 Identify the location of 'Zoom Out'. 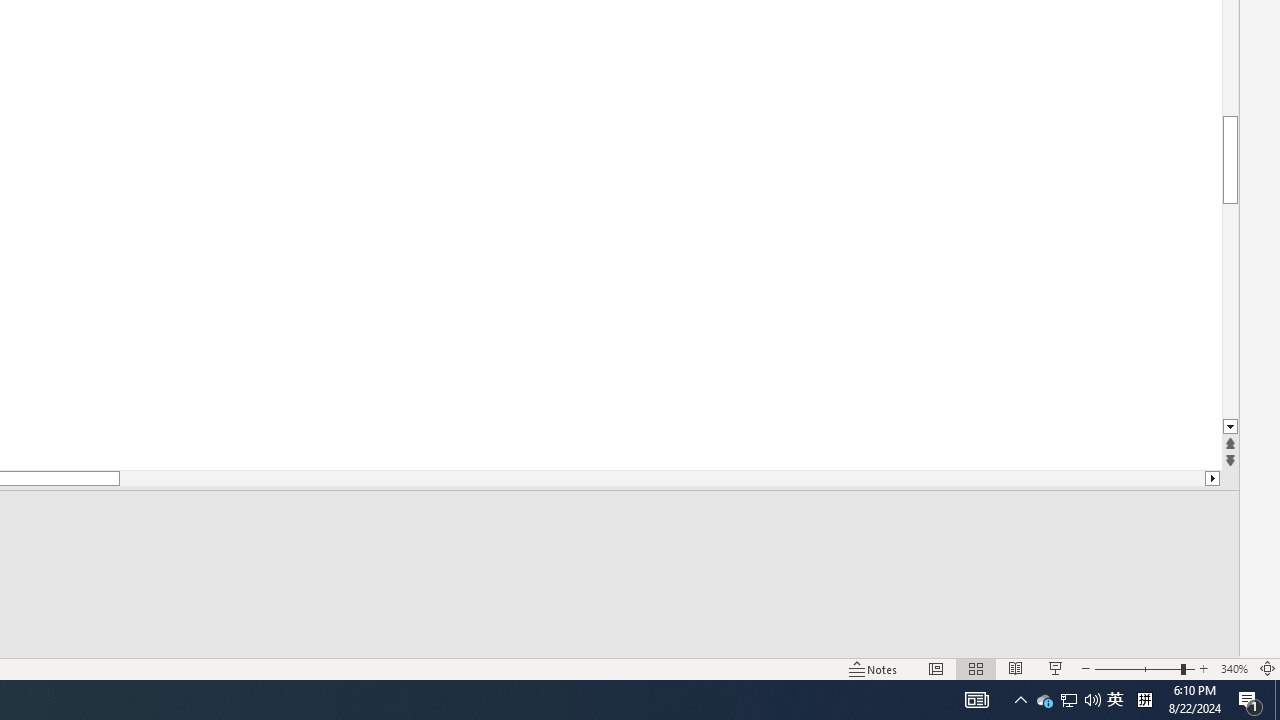
(1137, 669).